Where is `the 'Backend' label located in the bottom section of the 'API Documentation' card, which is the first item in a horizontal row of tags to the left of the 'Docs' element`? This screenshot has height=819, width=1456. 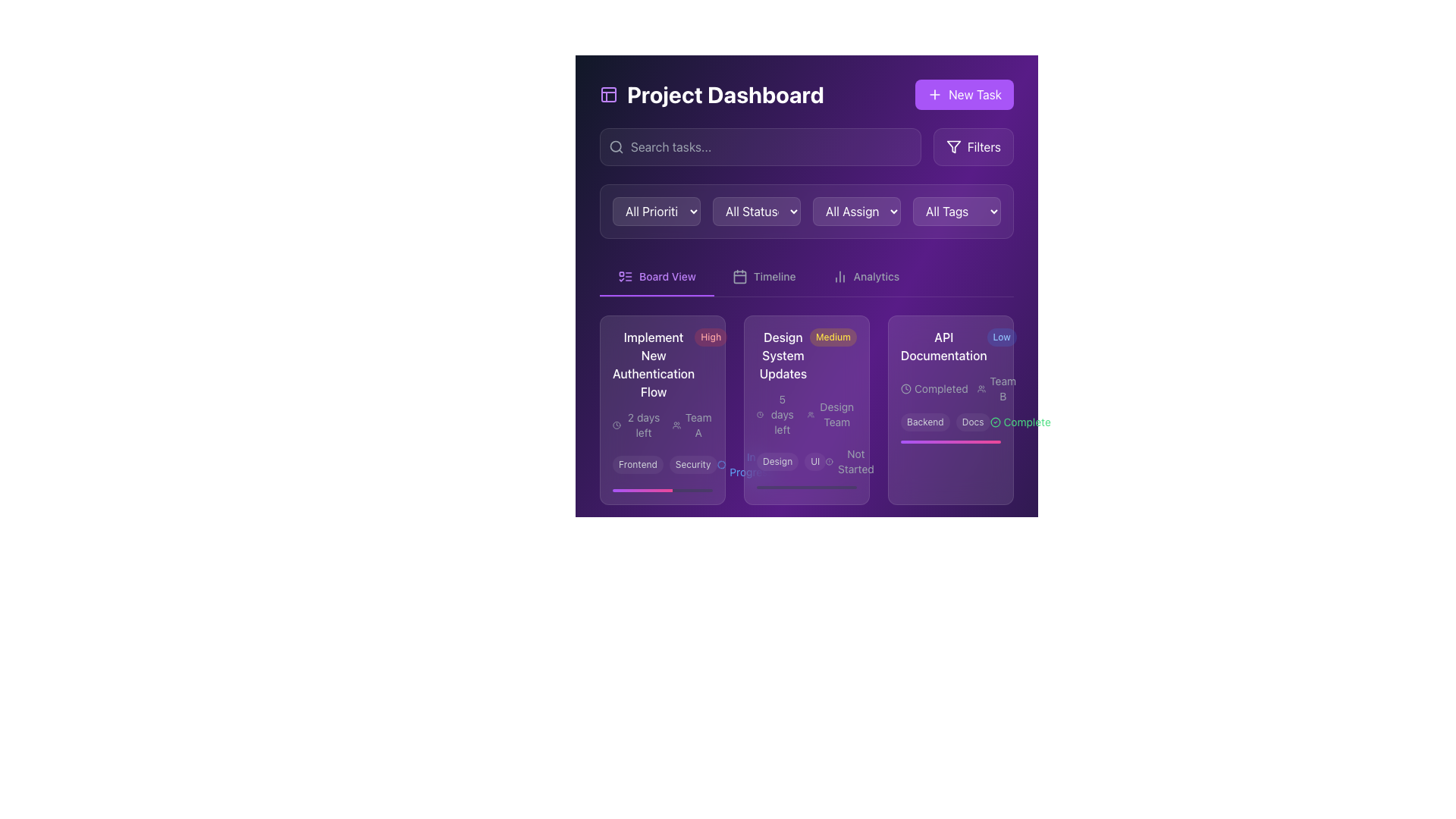 the 'Backend' label located in the bottom section of the 'API Documentation' card, which is the first item in a horizontal row of tags to the left of the 'Docs' element is located at coordinates (924, 422).